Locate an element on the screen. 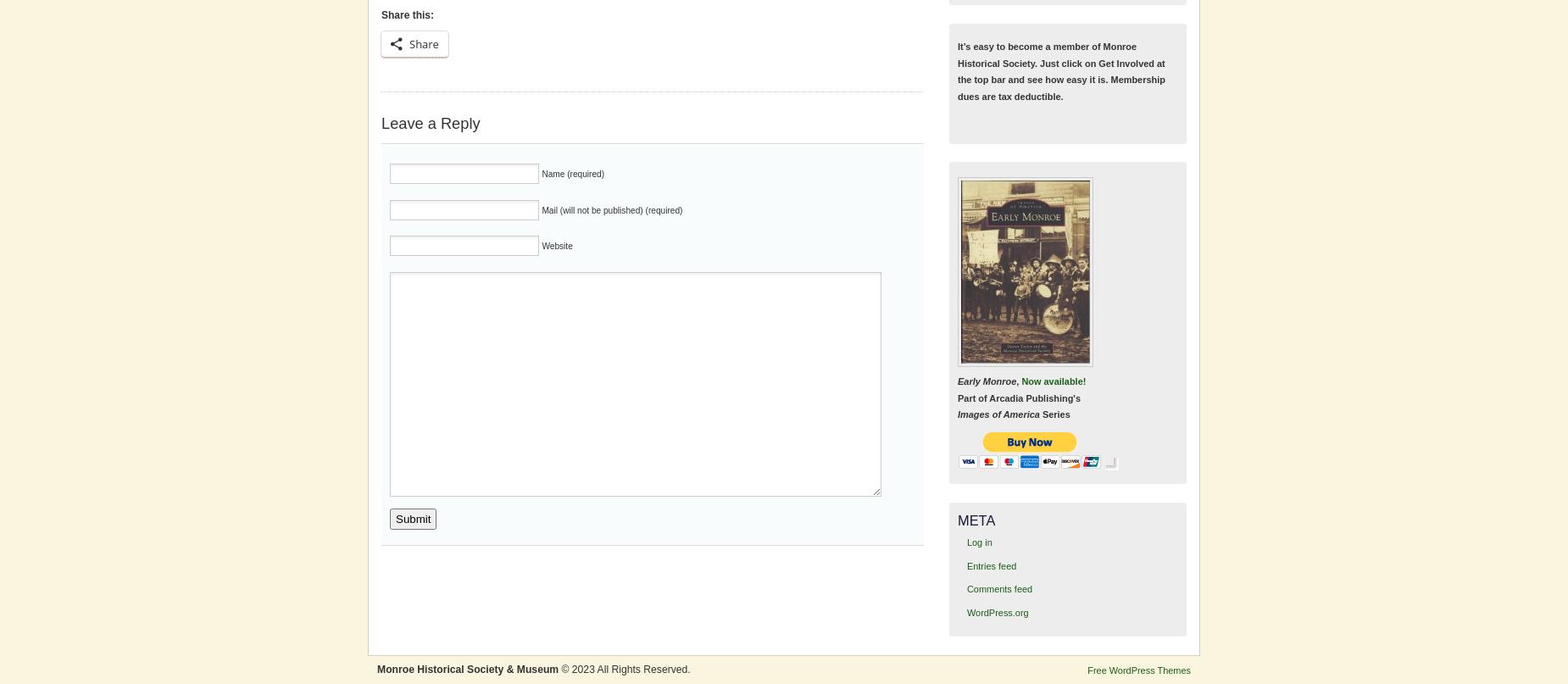 The image size is (1568, 684). 'Mail (will not be published) (required)' is located at coordinates (612, 209).